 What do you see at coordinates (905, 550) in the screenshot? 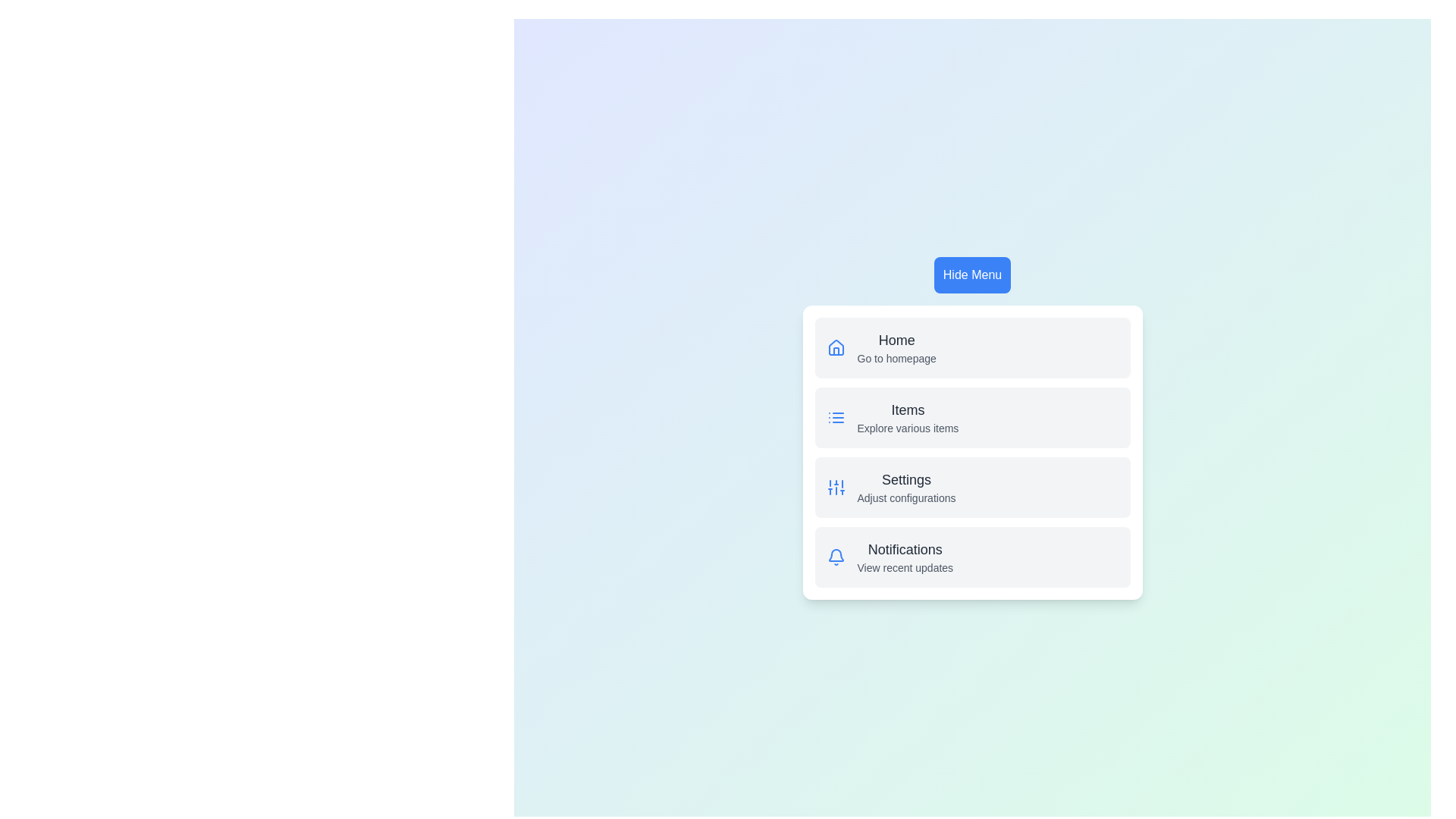
I see `the menu item labeled Notifications` at bounding box center [905, 550].